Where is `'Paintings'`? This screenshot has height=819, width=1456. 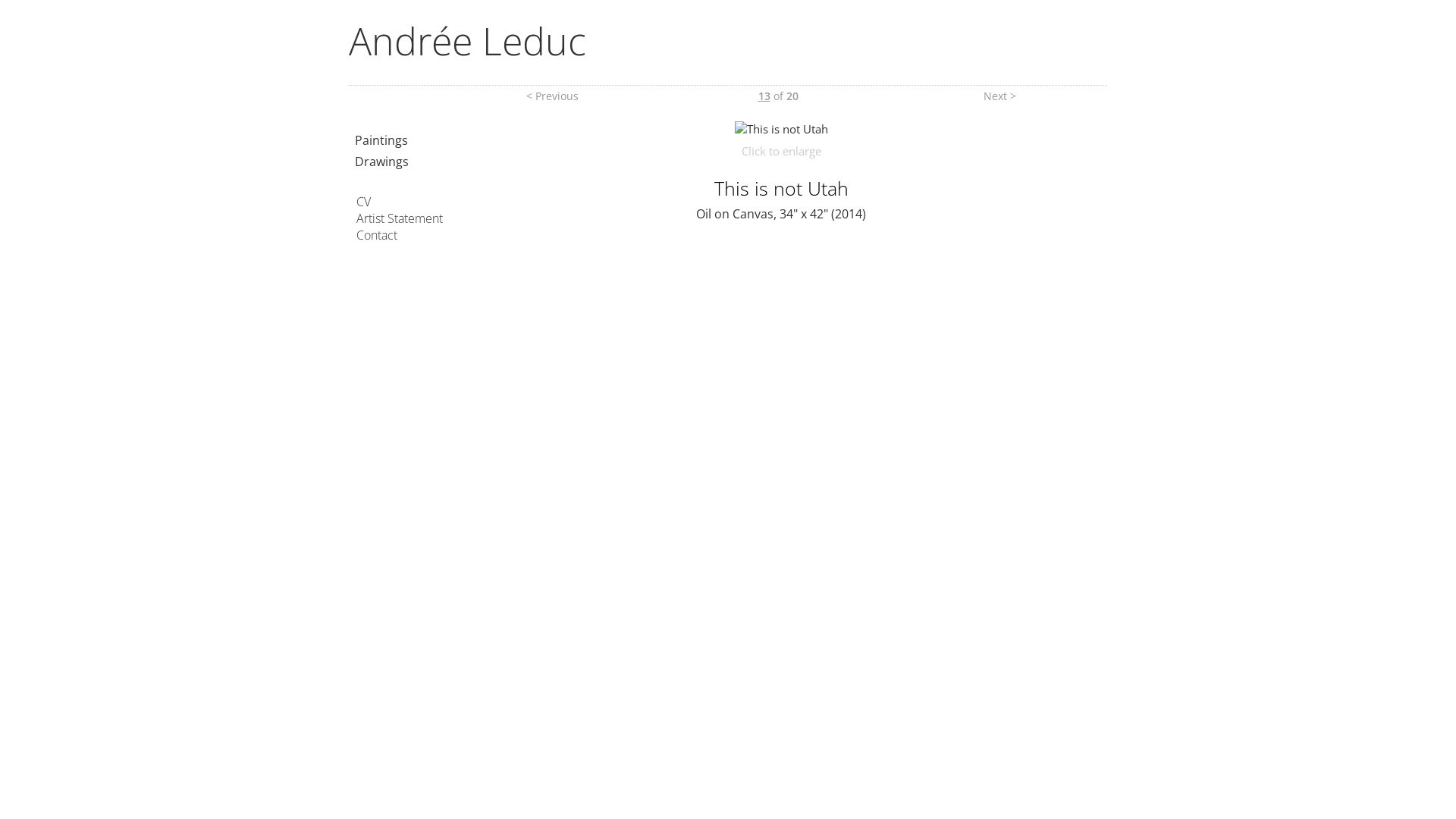
'Paintings' is located at coordinates (353, 140).